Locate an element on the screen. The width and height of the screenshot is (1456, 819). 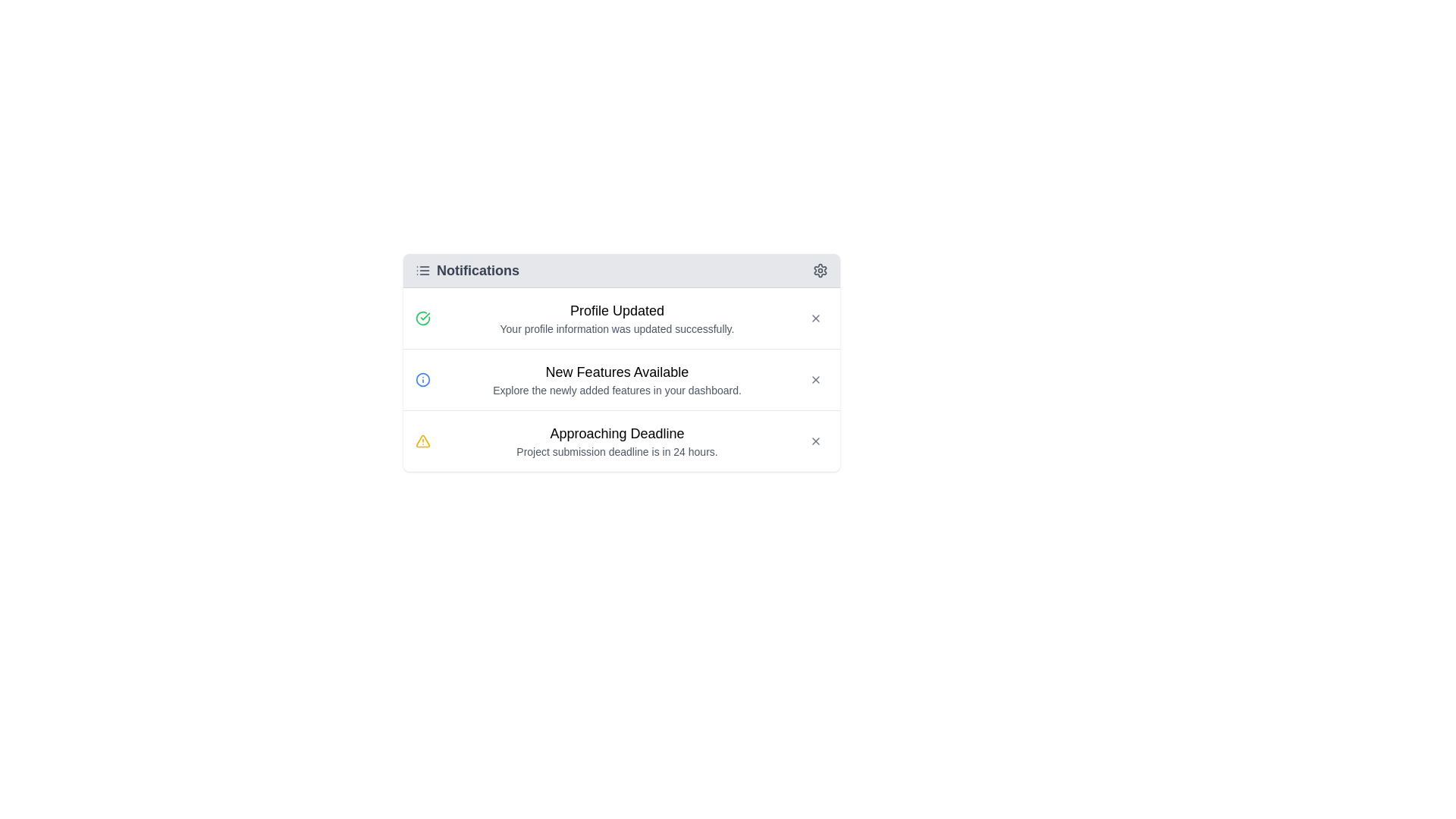
the settings icon located in the top-right corner of the notification panel, adjacent to the title 'Notifications' is located at coordinates (819, 270).